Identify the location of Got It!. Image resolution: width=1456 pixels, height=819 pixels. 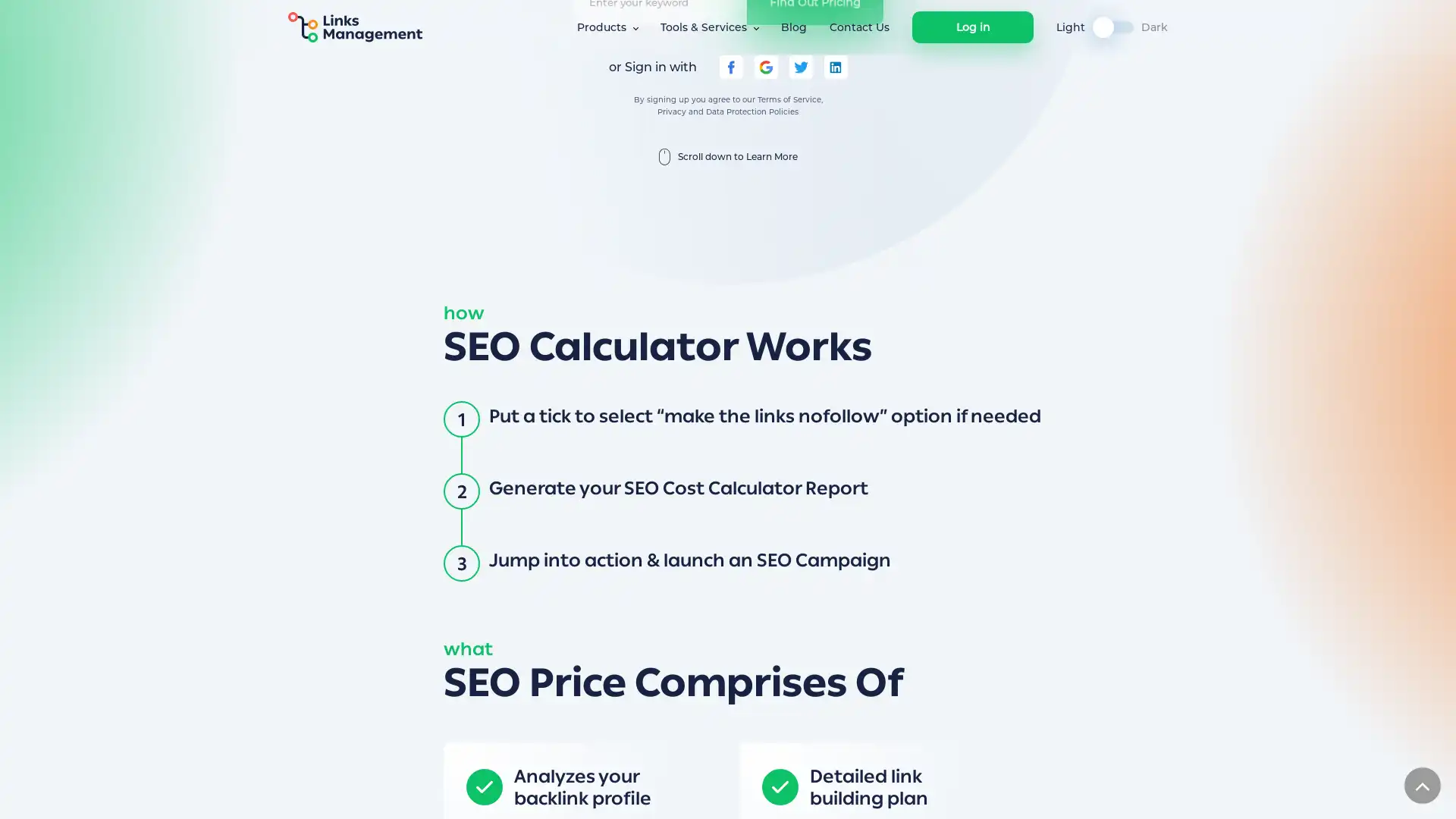
(1025, 792).